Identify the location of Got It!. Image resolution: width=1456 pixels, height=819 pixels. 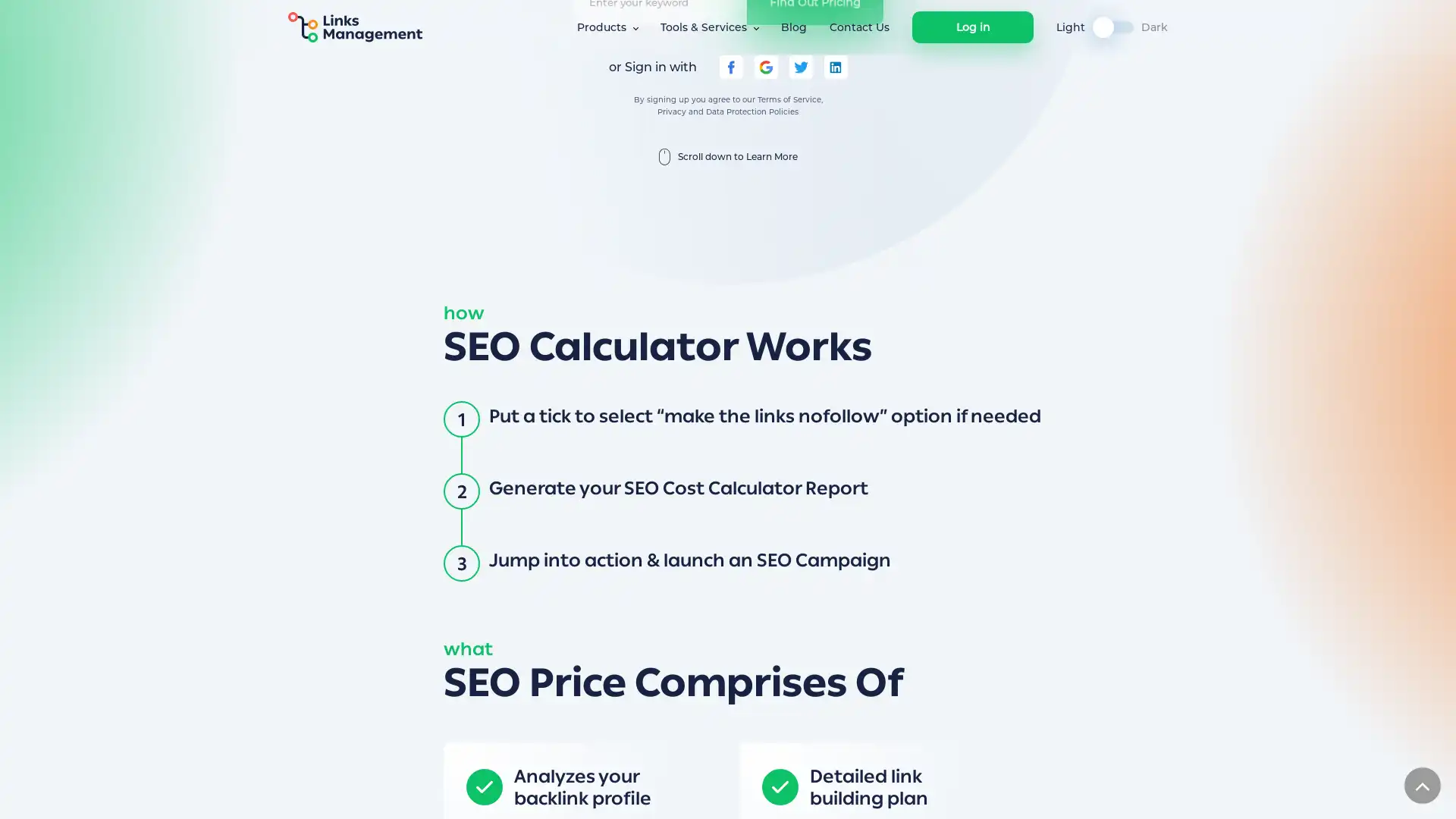
(1025, 792).